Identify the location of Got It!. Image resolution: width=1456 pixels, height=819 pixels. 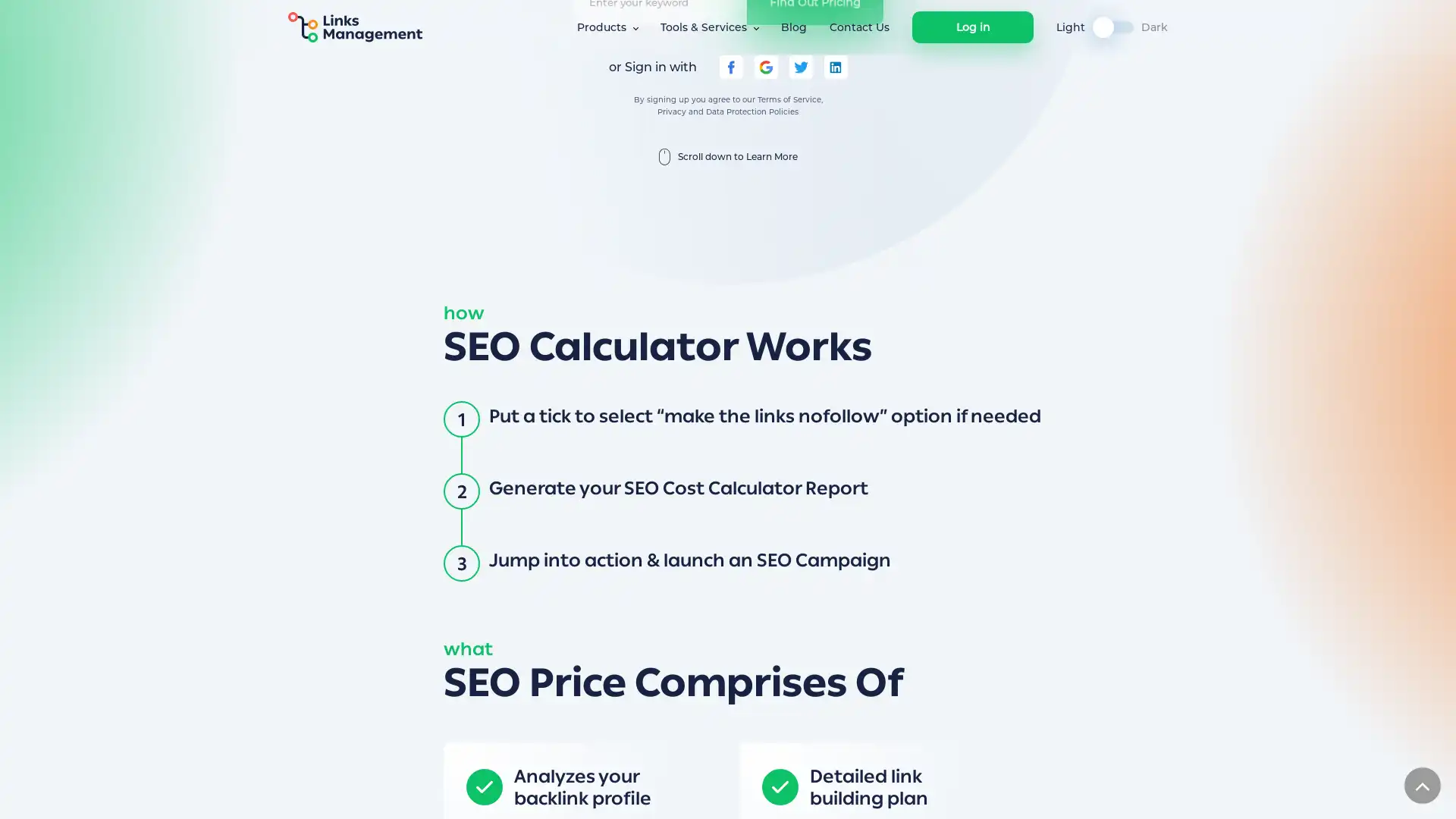
(1025, 792).